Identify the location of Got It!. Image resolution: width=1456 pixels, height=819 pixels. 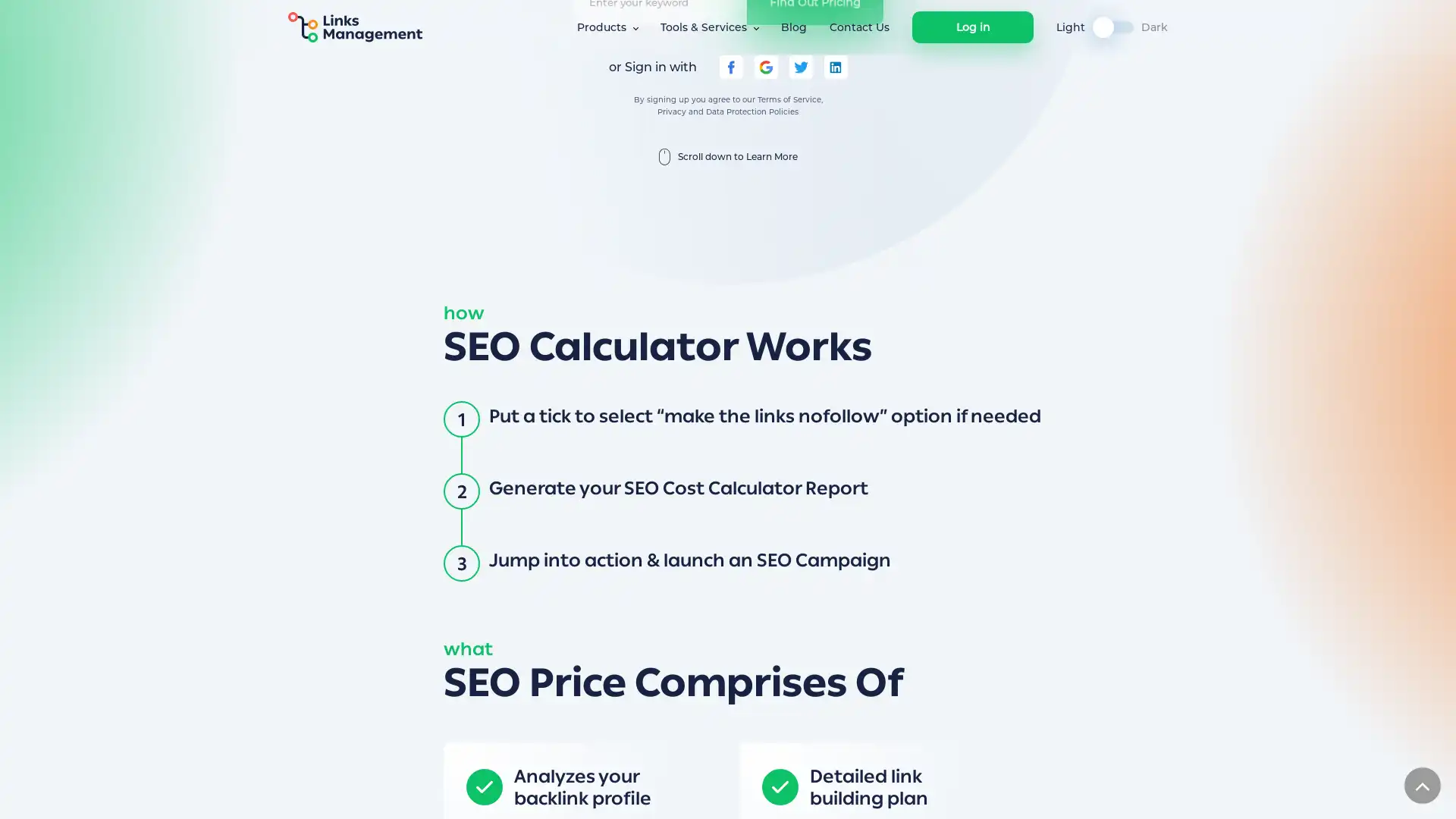
(1025, 792).